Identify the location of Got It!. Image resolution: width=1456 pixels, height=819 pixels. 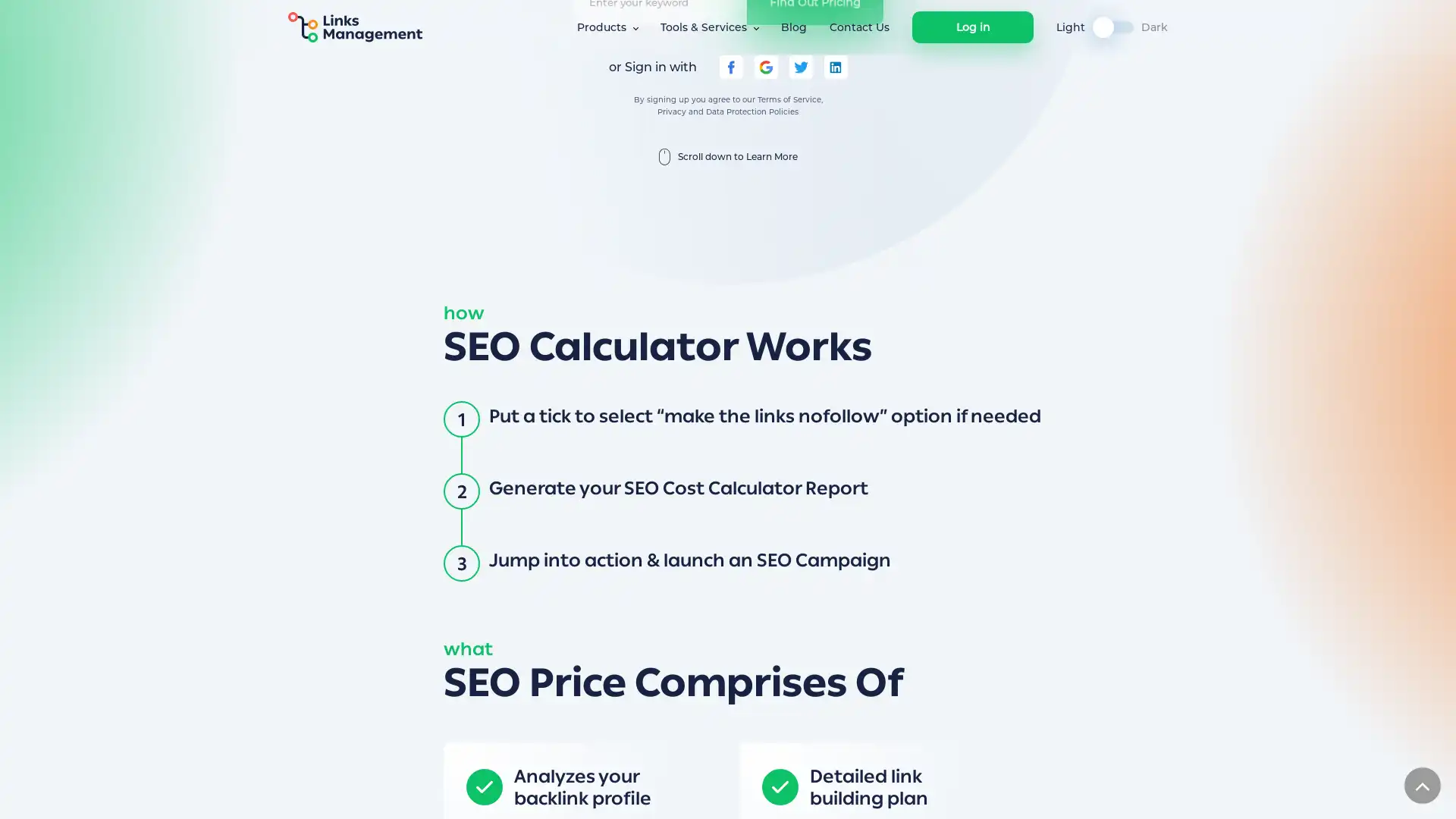
(1025, 792).